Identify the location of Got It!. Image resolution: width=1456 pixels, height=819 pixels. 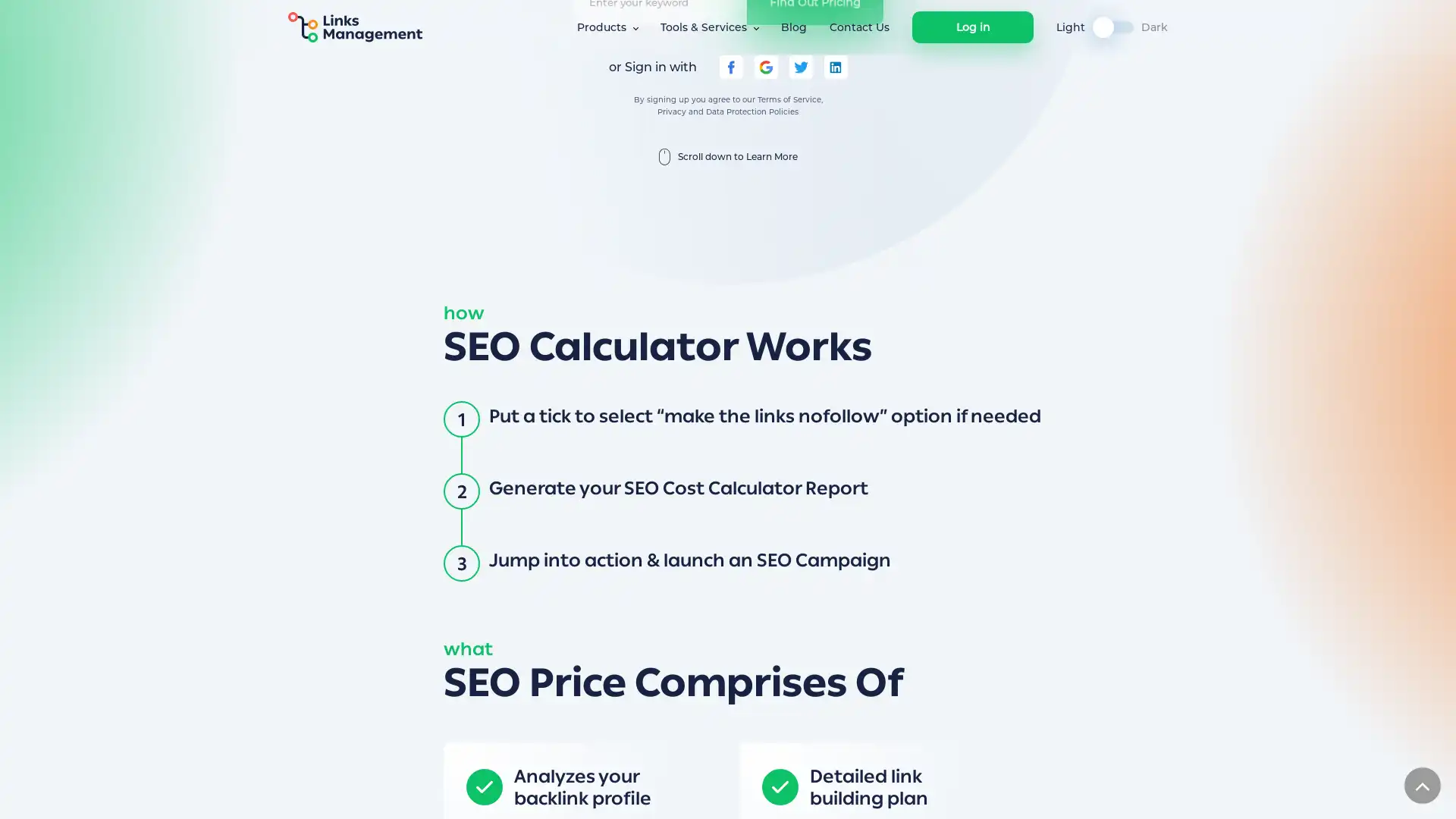
(1025, 792).